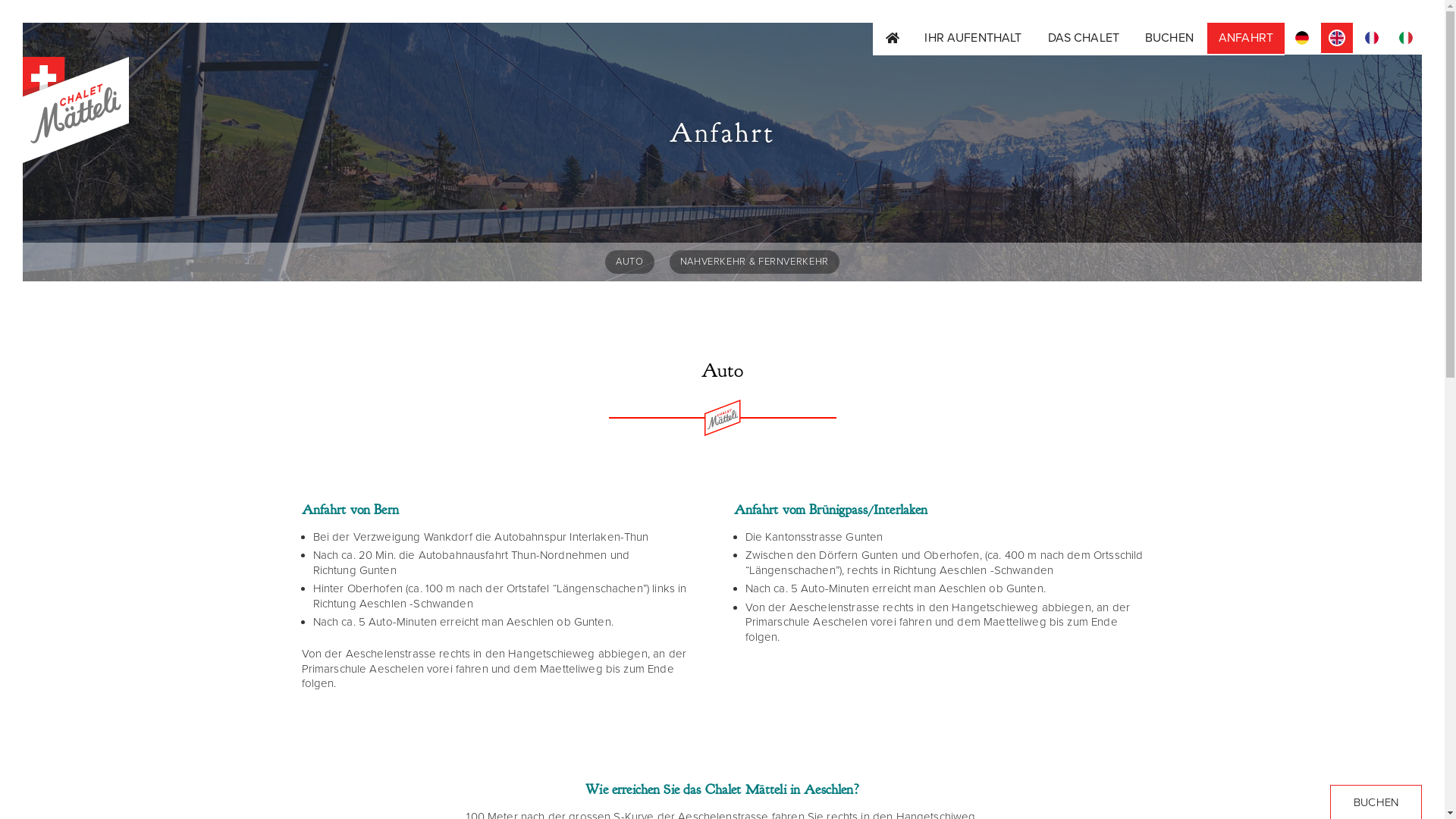  Describe the element at coordinates (1301, 37) in the screenshot. I see `'German'` at that location.